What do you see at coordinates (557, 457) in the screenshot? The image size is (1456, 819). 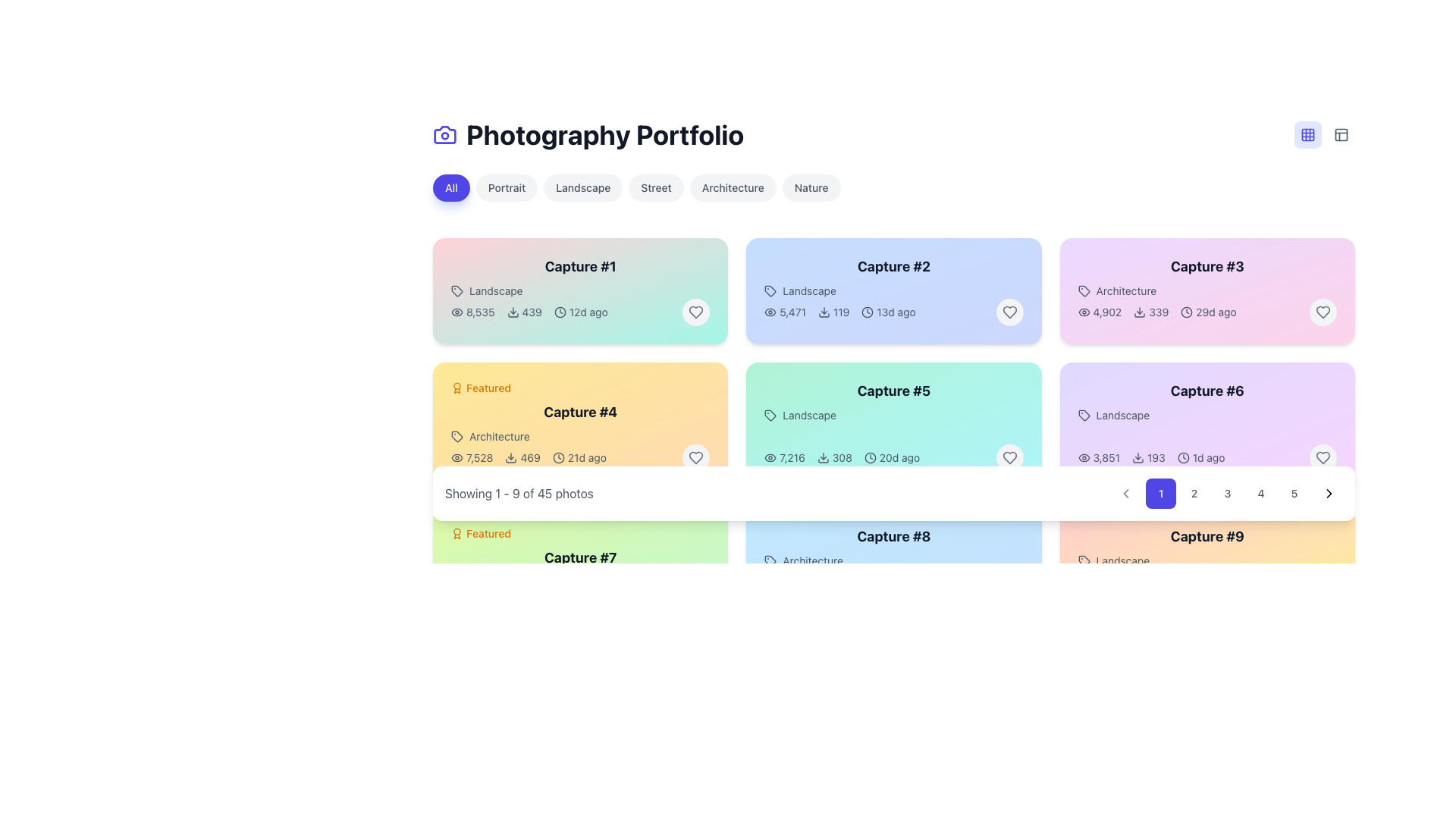 I see `the circular outline of the clock icon located at the bottom center of the orange card labeled 'Capture #4'` at bounding box center [557, 457].